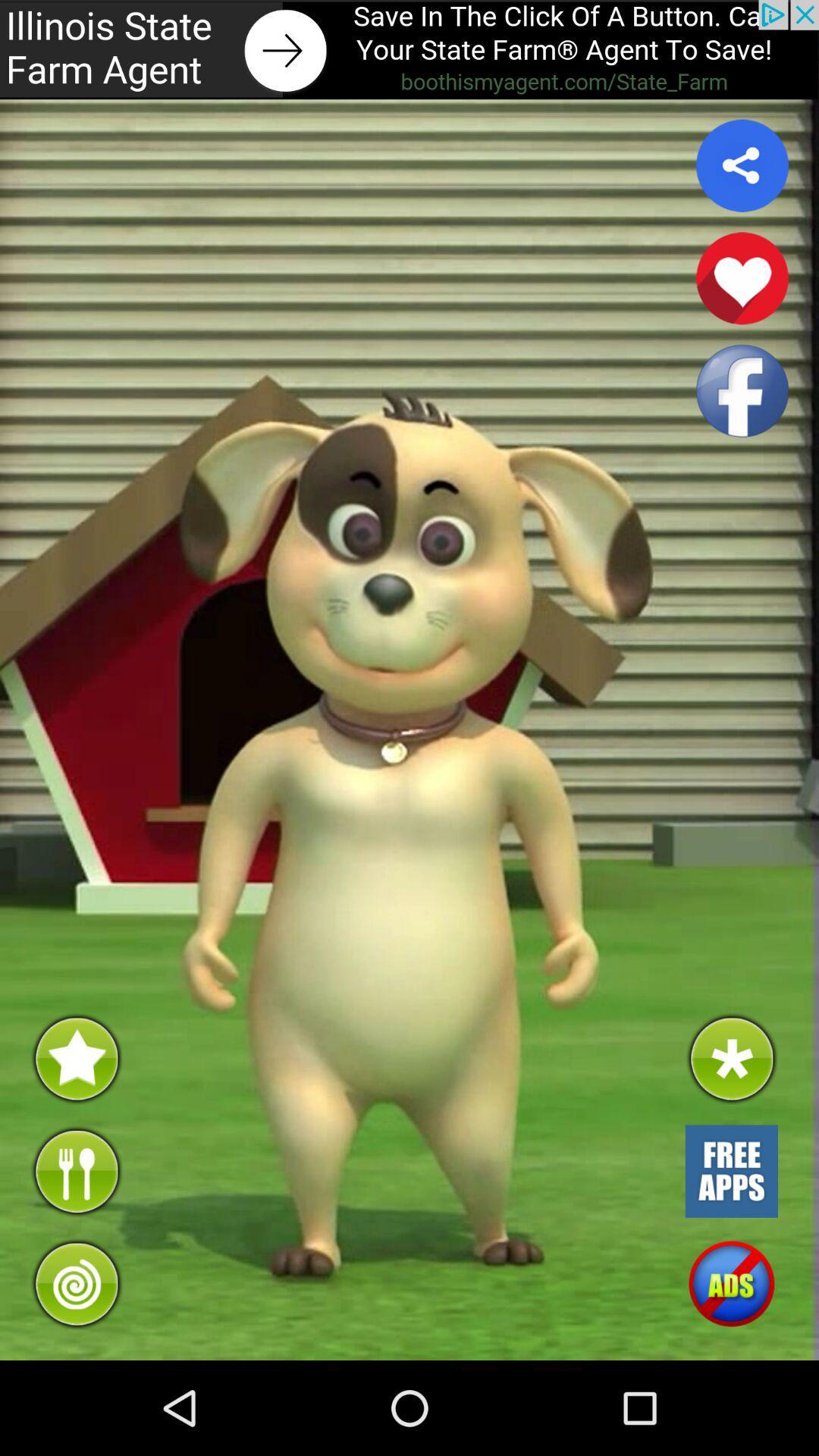  I want to click on the star icon, so click(76, 1133).